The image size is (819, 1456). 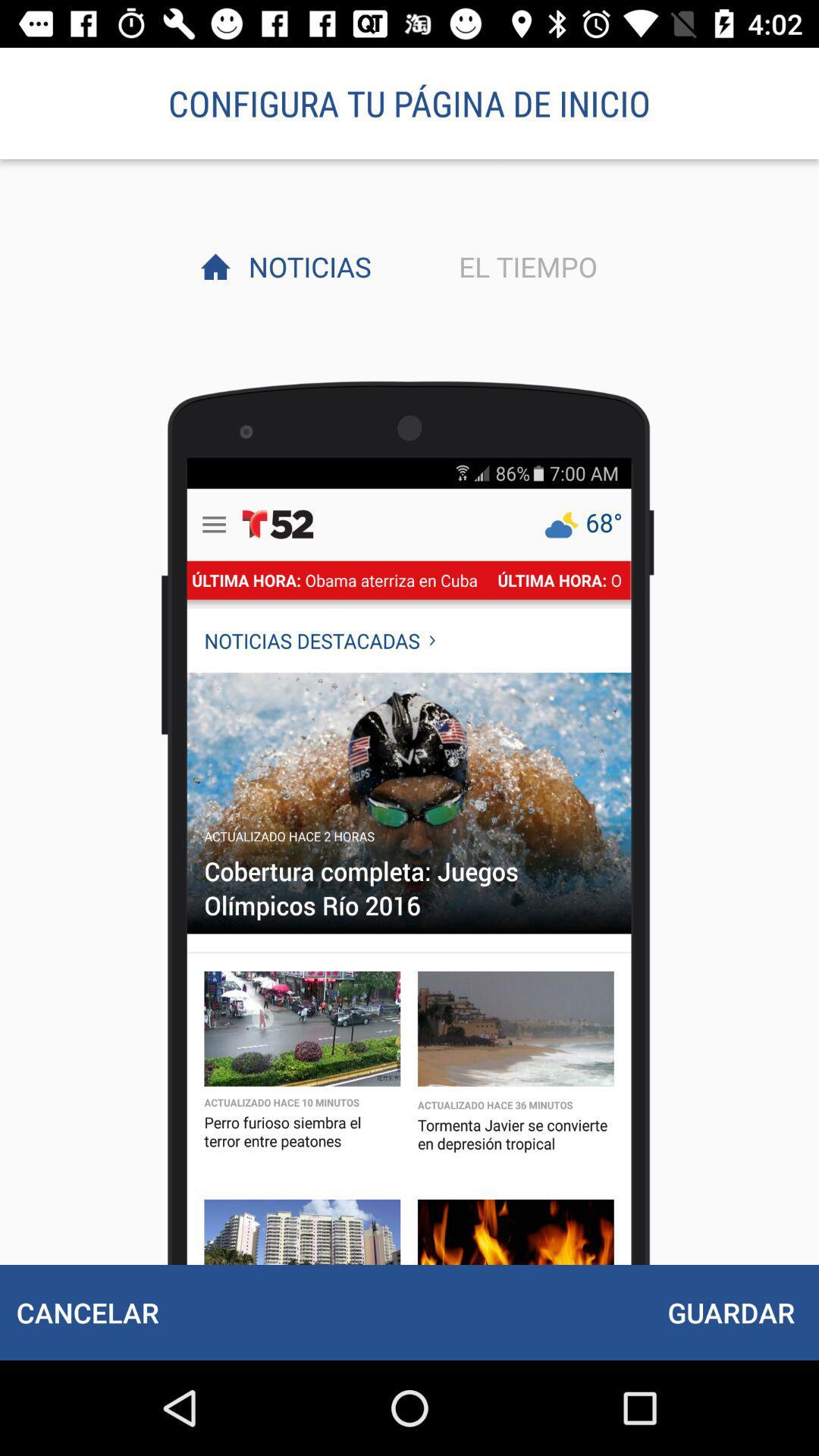 I want to click on the el tiempo, so click(x=523, y=266).